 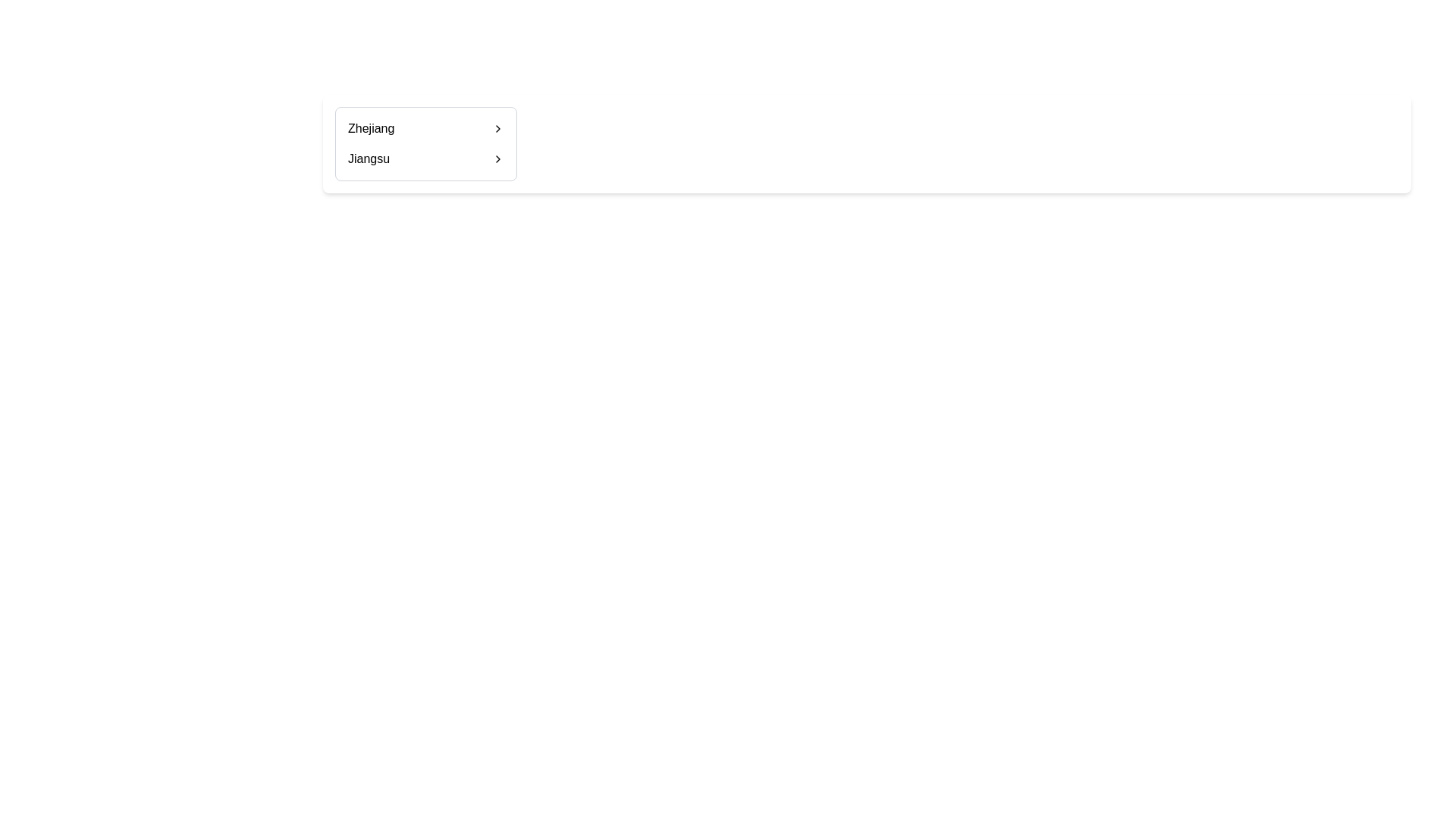 I want to click on the text label displaying 'Zhejiang', so click(x=371, y=127).